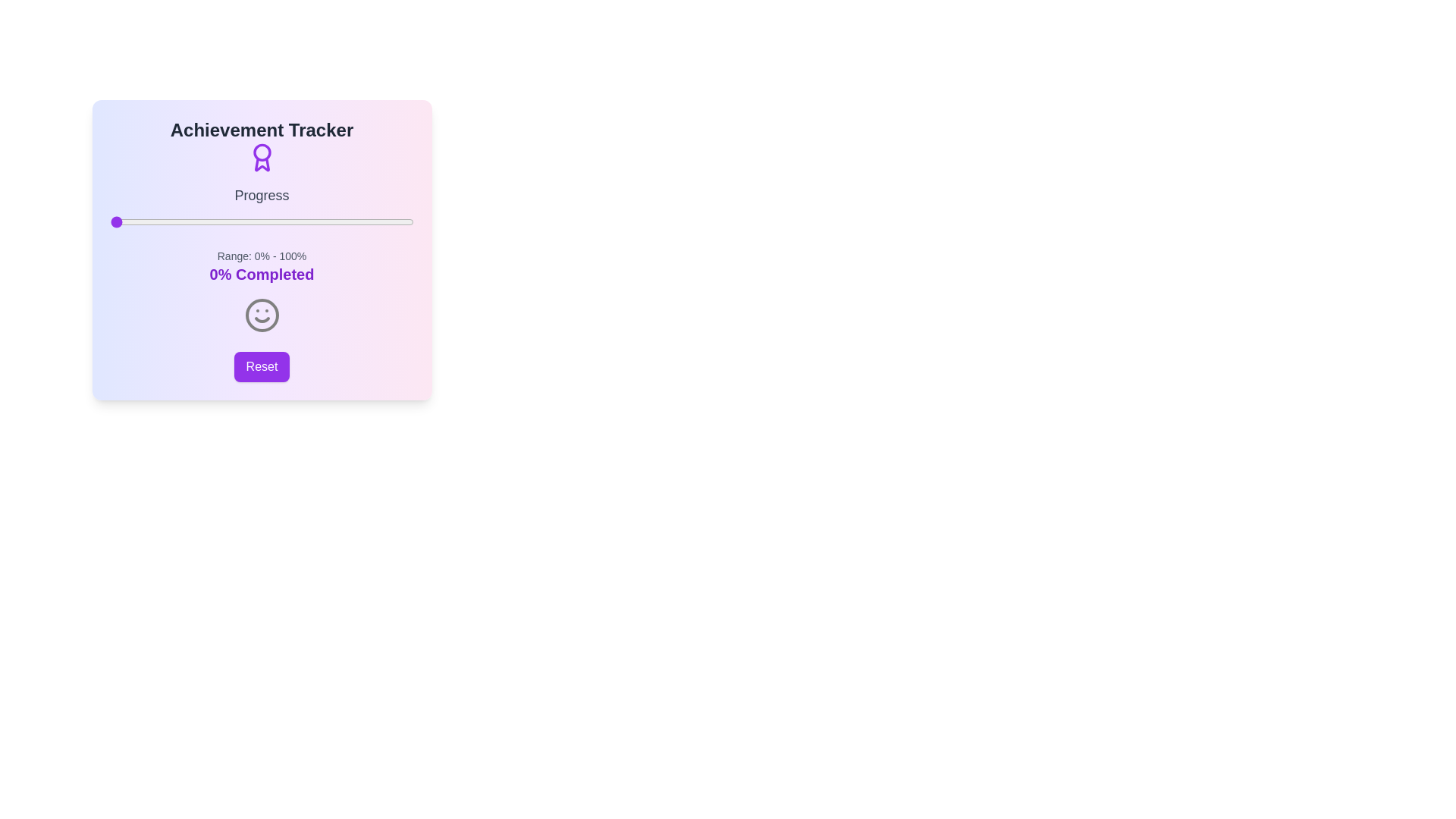  Describe the element at coordinates (212, 222) in the screenshot. I see `the progress slider to 34%` at that location.